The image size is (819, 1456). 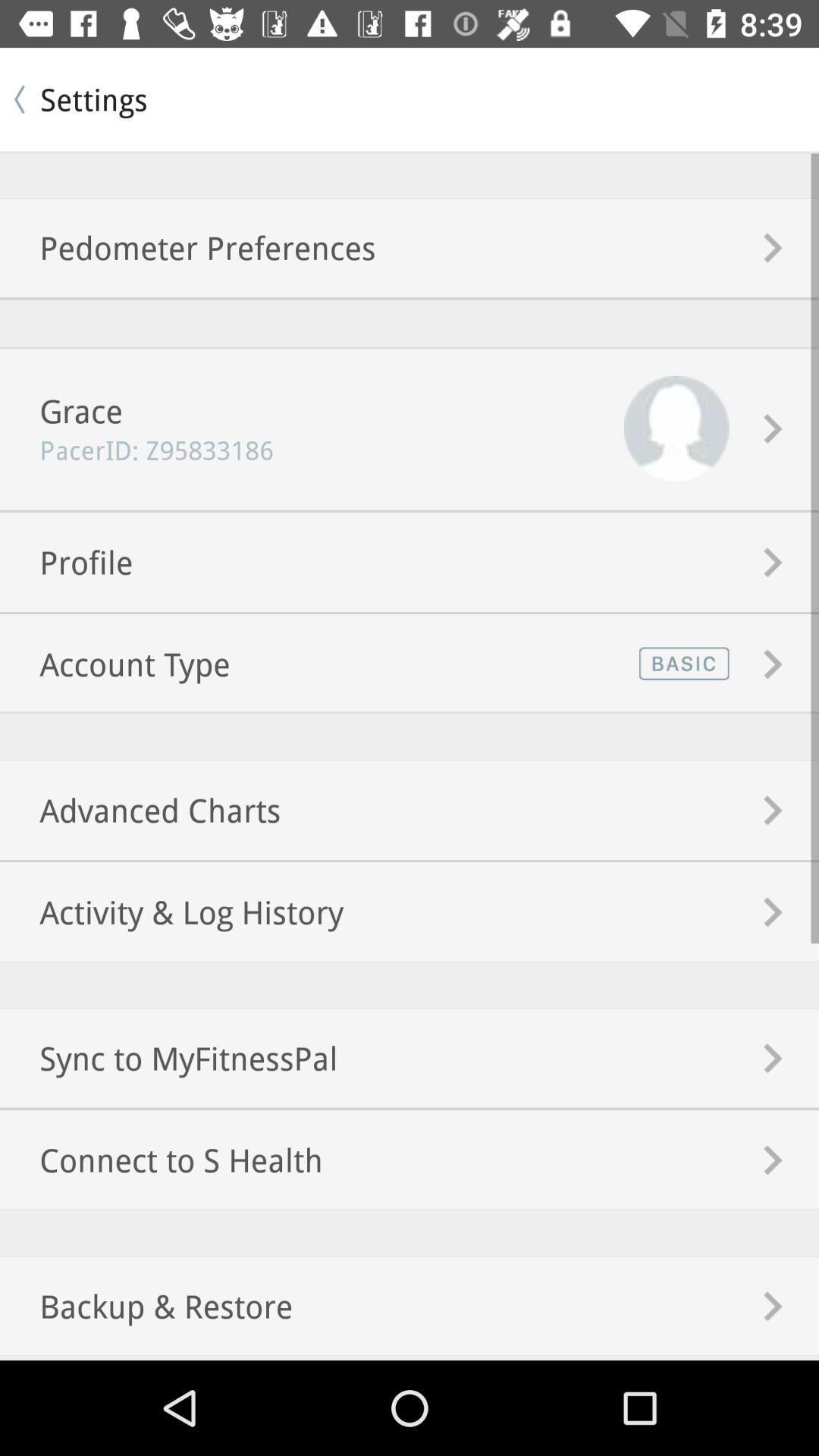 What do you see at coordinates (114, 664) in the screenshot?
I see `the account type item` at bounding box center [114, 664].